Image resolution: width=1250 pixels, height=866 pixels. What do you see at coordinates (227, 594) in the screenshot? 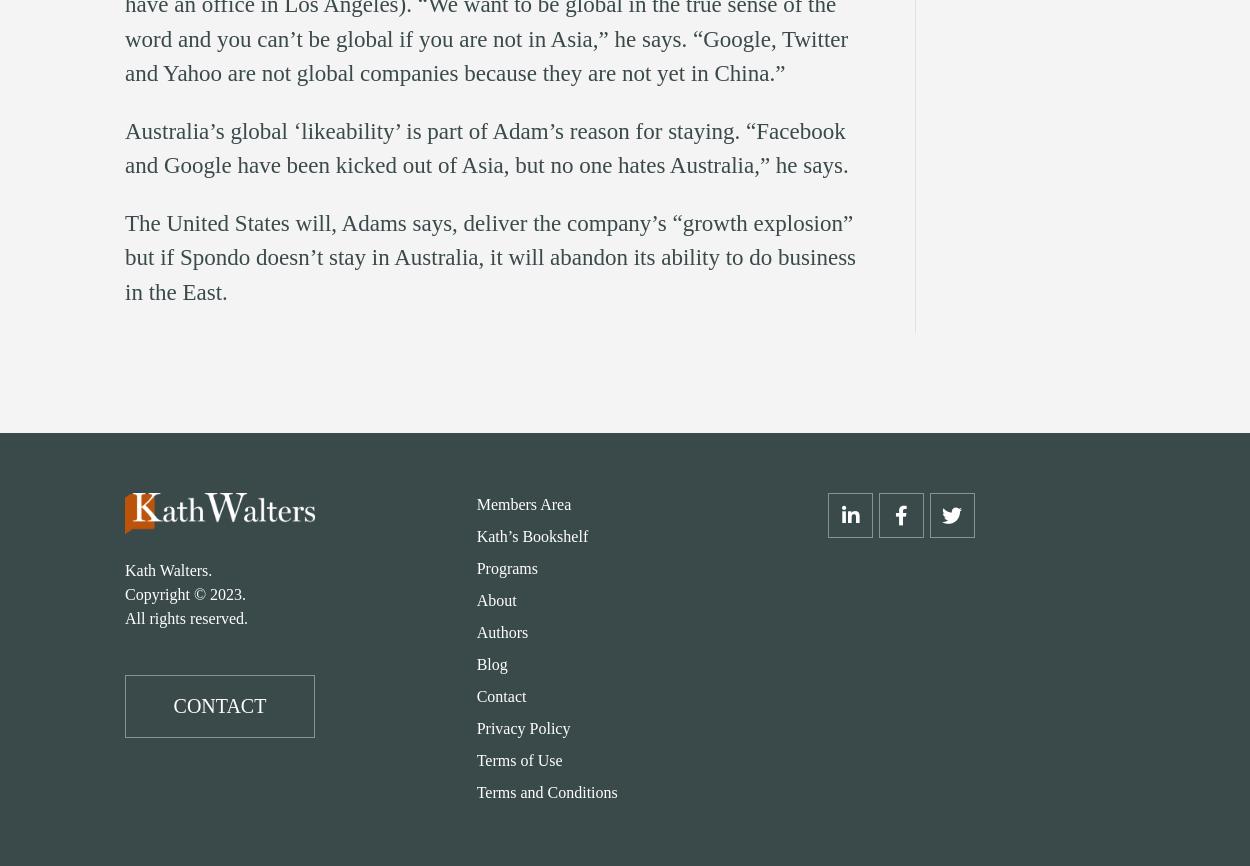
I see `'2023.'` at bounding box center [227, 594].